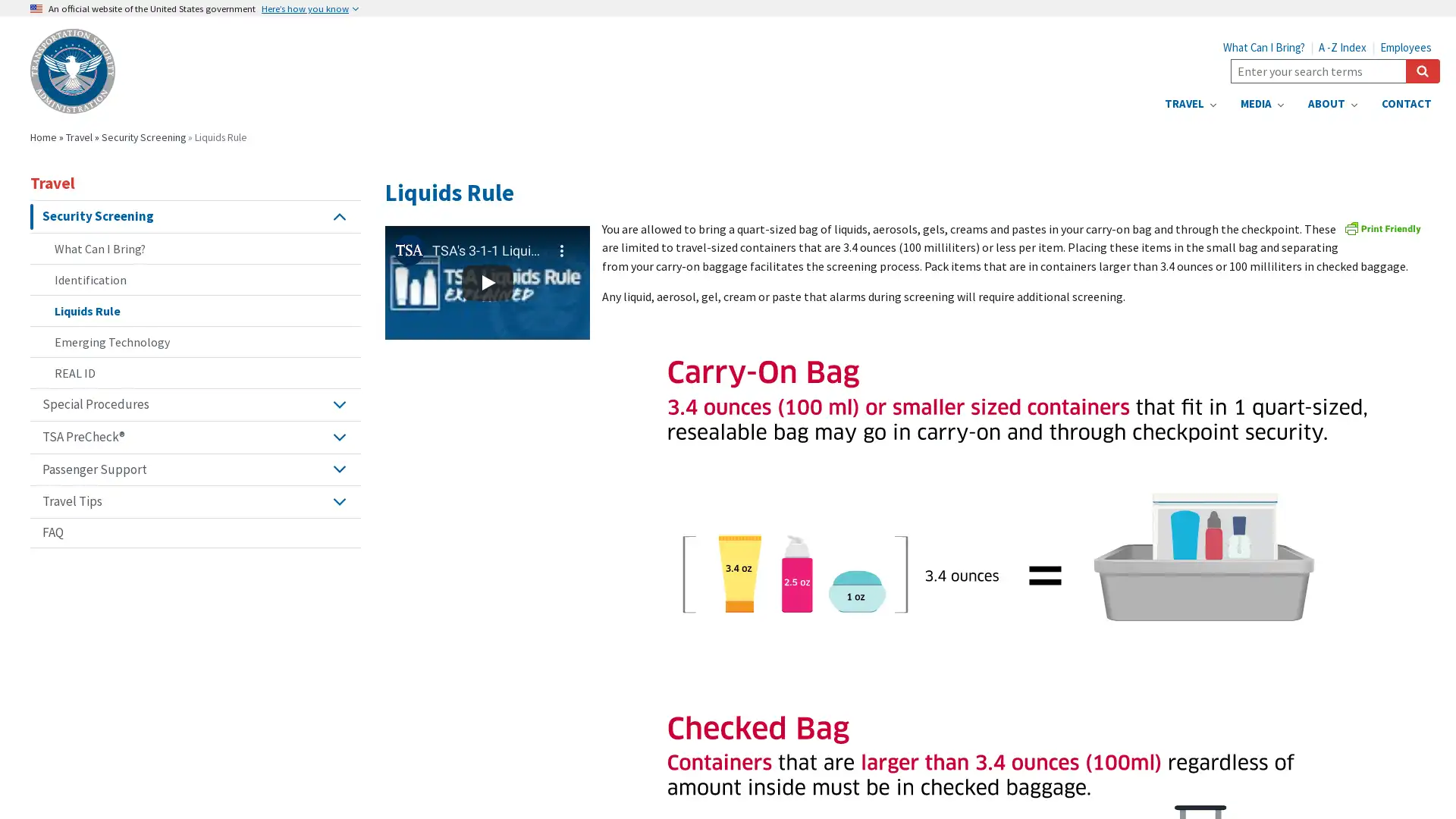 This screenshot has width=1456, height=819. What do you see at coordinates (338, 468) in the screenshot?
I see `Toggle submenu for 'Passenger Support'` at bounding box center [338, 468].